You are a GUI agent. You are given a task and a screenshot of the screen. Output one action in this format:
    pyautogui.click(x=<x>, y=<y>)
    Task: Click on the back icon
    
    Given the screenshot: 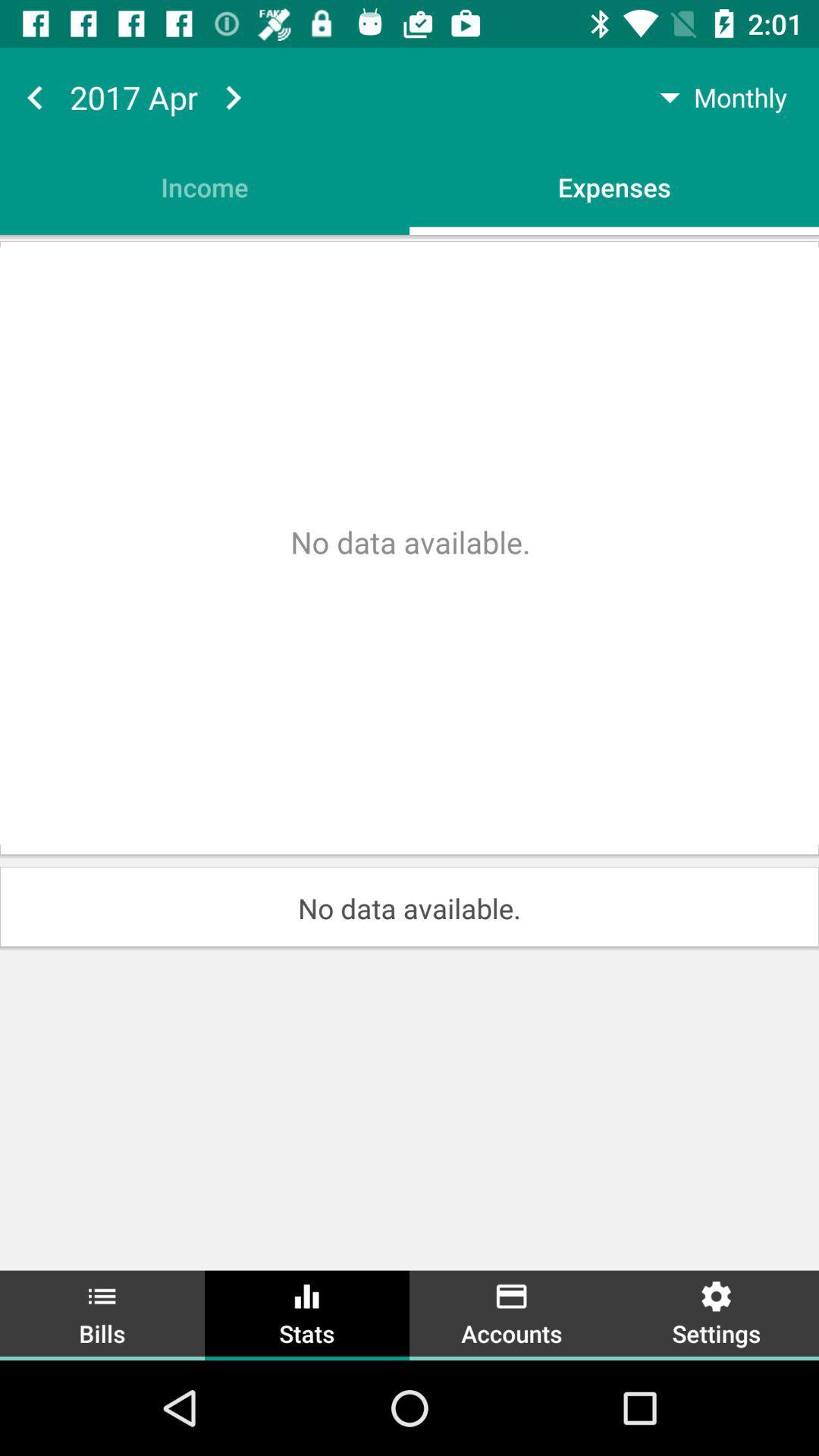 What is the action you would take?
    pyautogui.click(x=34, y=96)
    